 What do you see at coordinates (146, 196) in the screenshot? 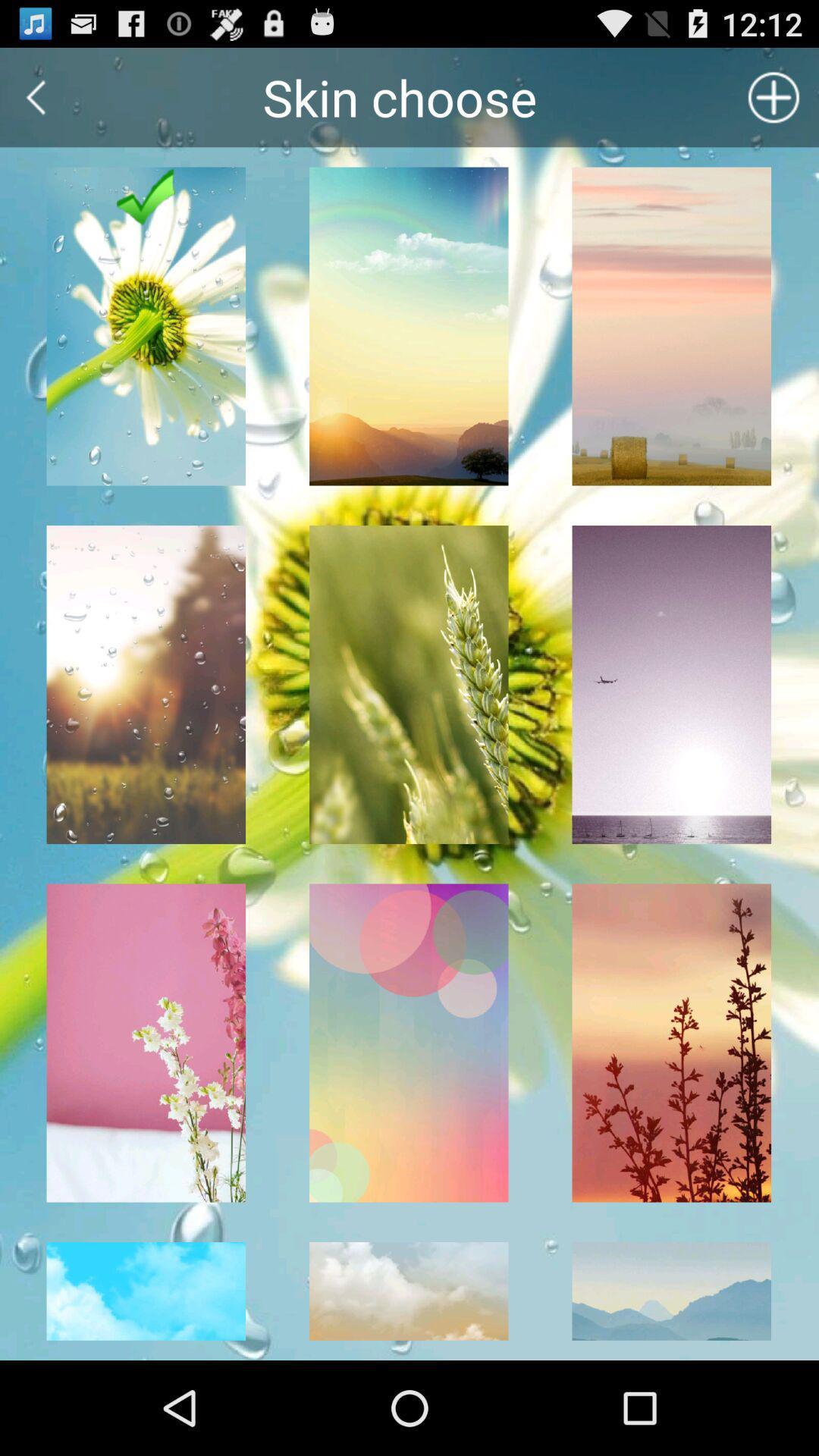
I see `the tick mark on the first image` at bounding box center [146, 196].